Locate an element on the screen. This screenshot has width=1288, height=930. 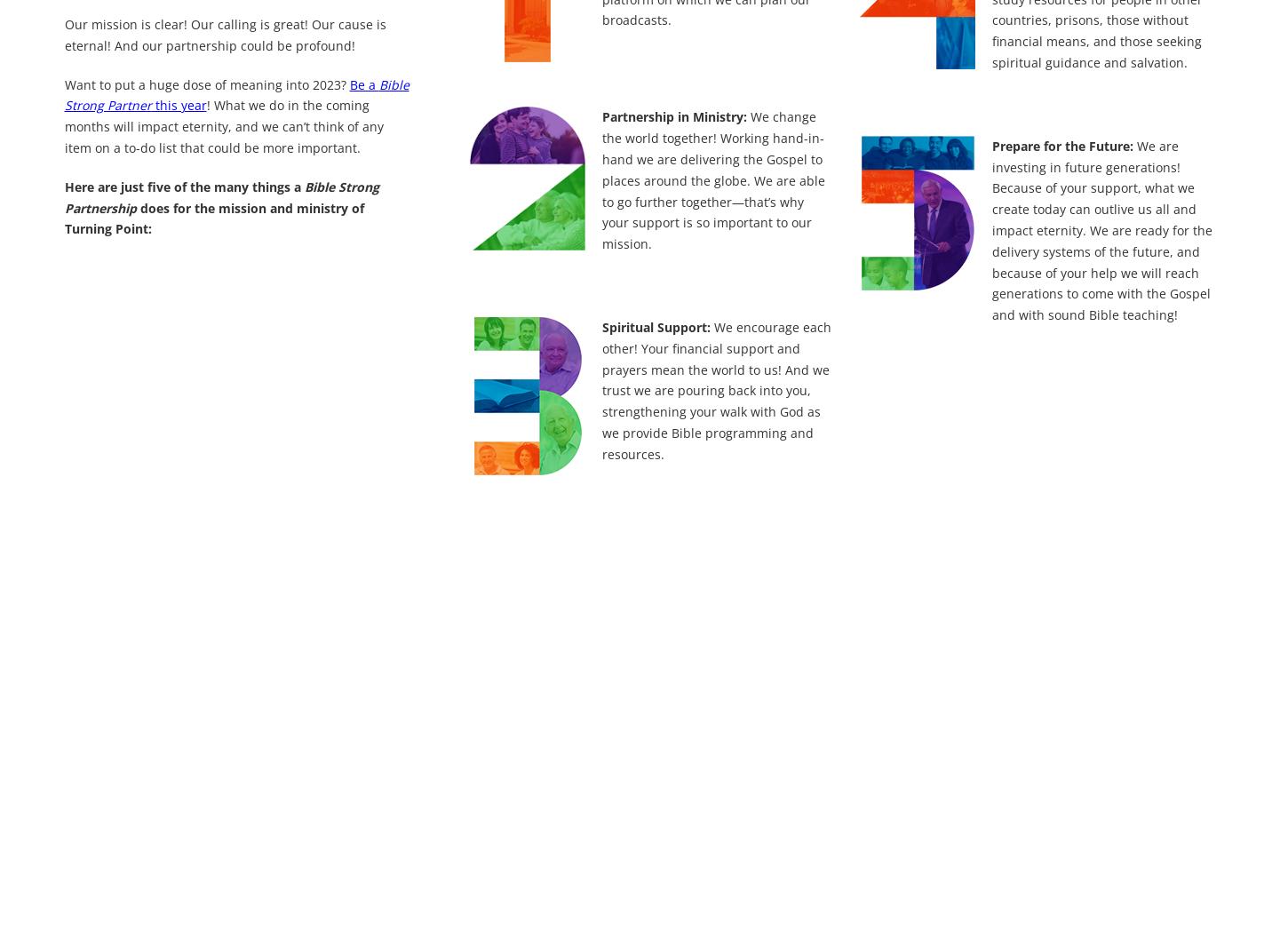
'Bible Strong Partnership' is located at coordinates (220, 195).